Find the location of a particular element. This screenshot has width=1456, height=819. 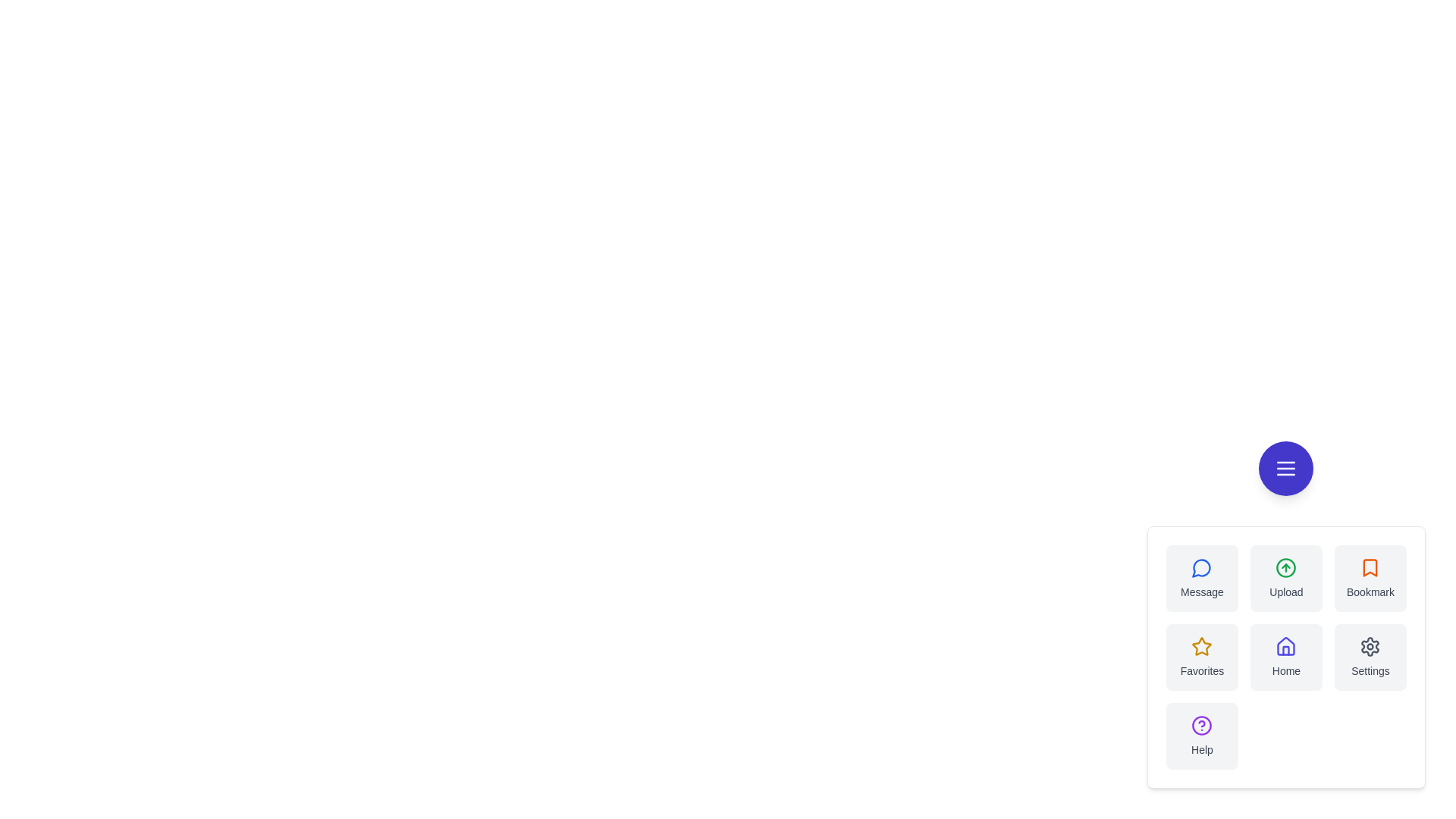

the floating menu button to toggle the action menu visibility is located at coordinates (1285, 467).